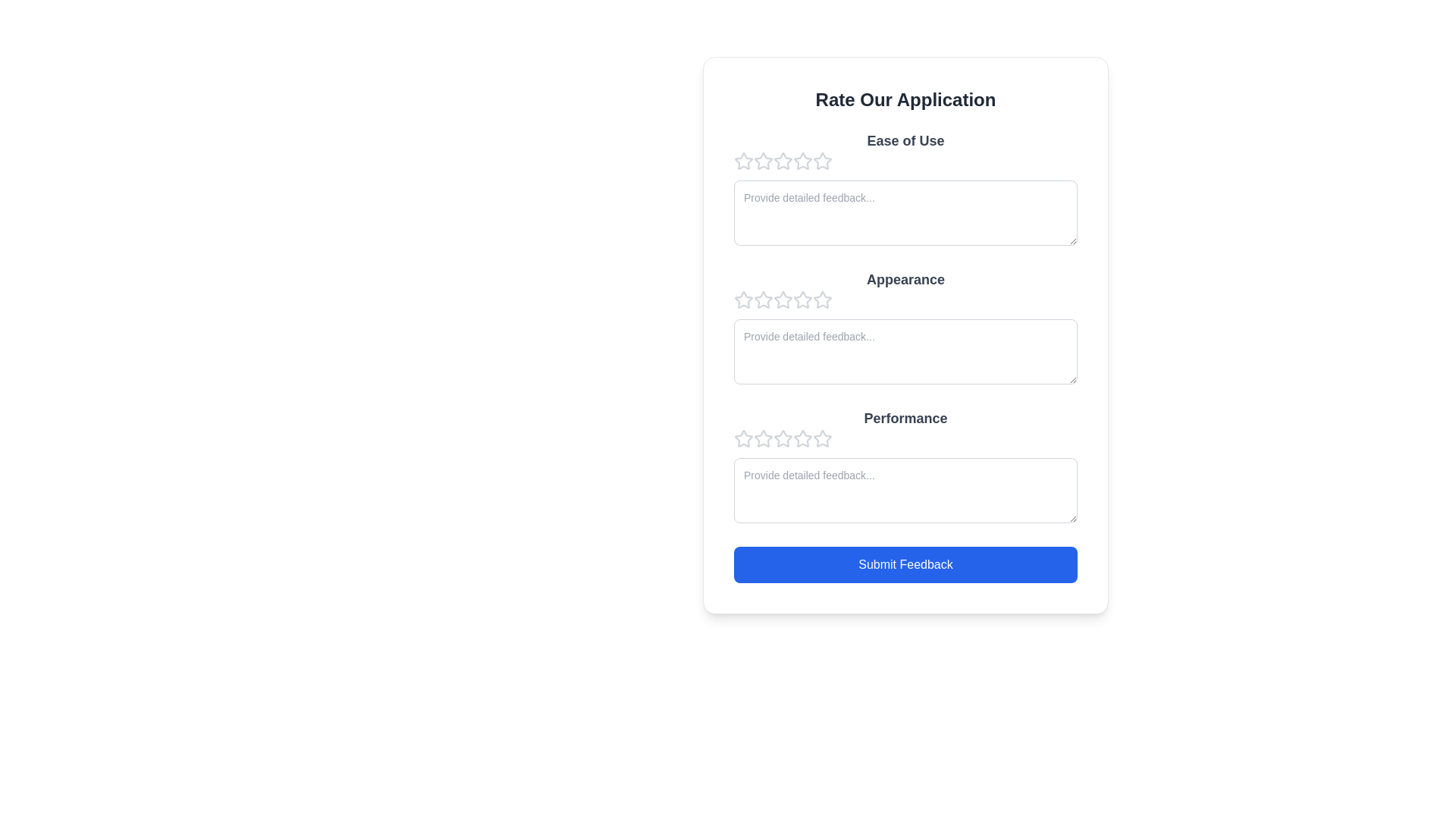  What do you see at coordinates (905, 564) in the screenshot?
I see `the feedback submission button located at the bottom of the form to observe the styling change` at bounding box center [905, 564].